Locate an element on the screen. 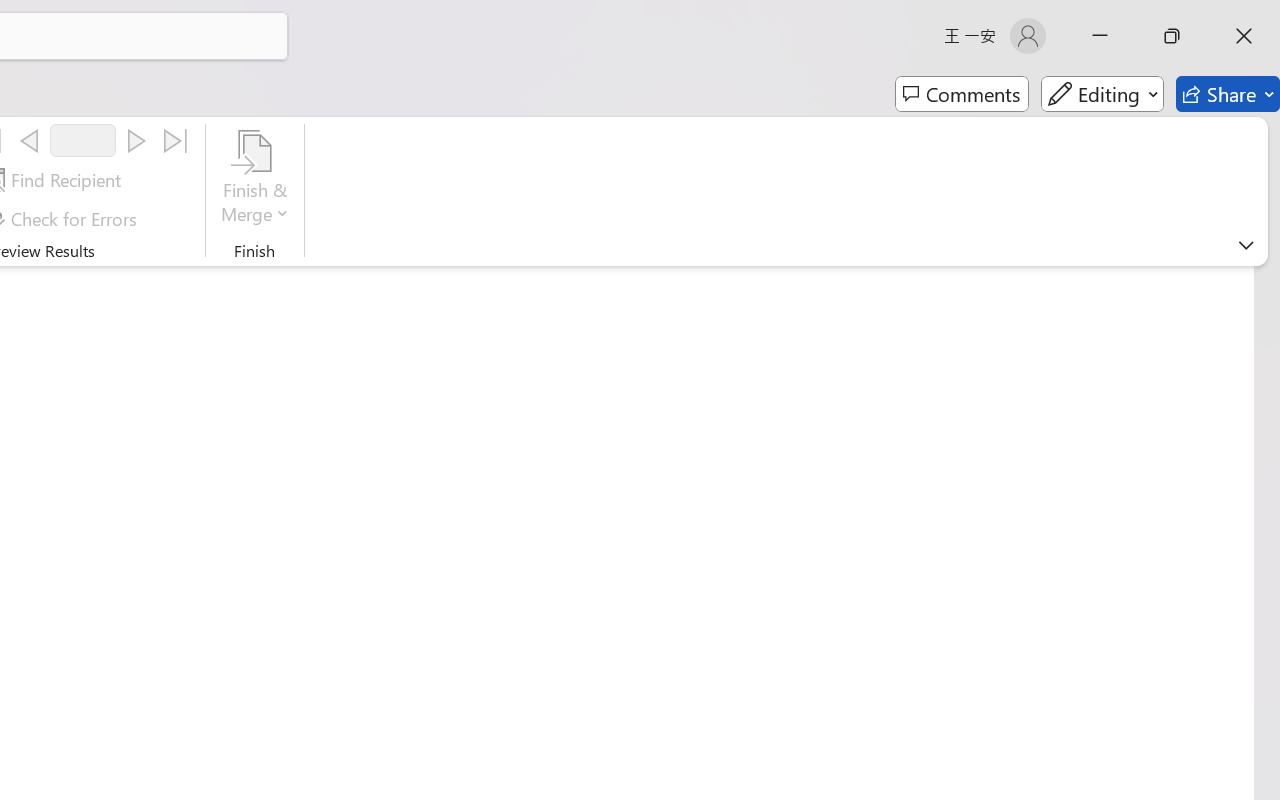 The width and height of the screenshot is (1280, 800). 'Last' is located at coordinates (176, 141).